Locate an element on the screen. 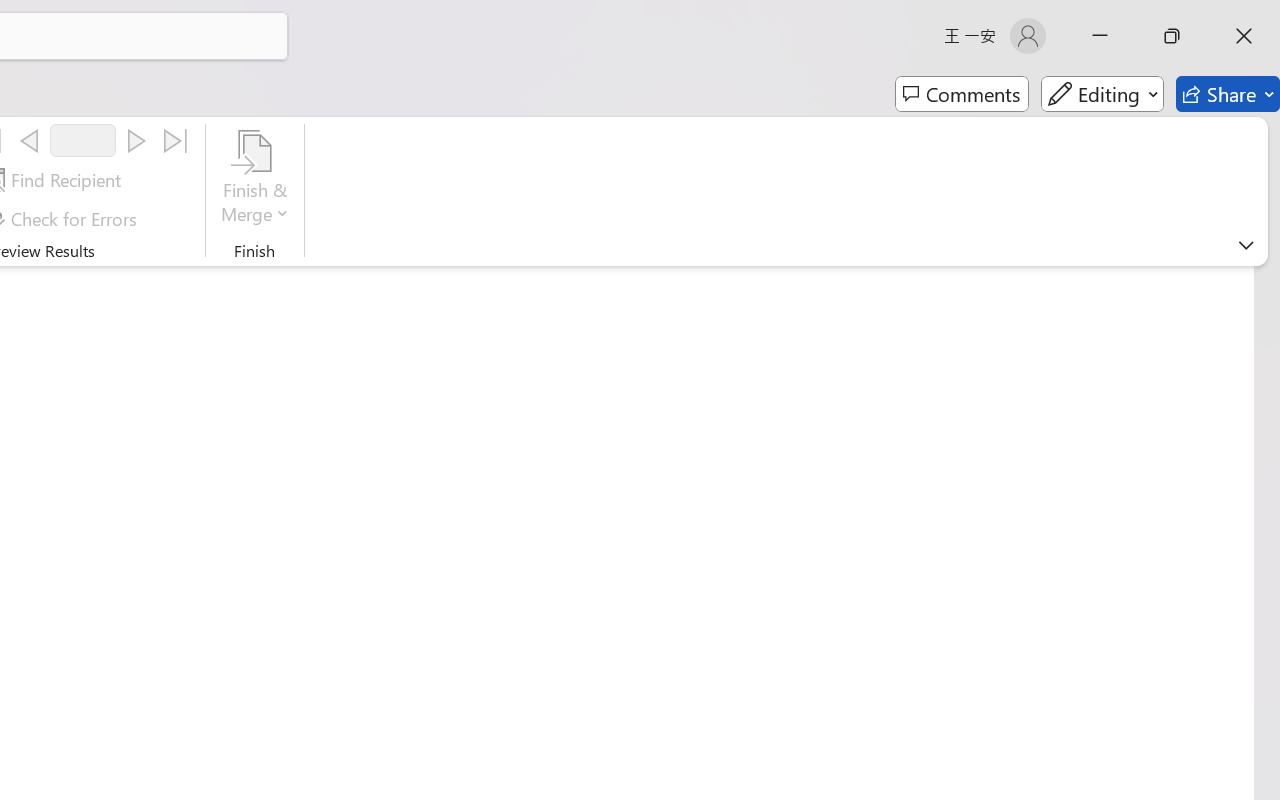 The width and height of the screenshot is (1280, 800). 'Last' is located at coordinates (176, 141).